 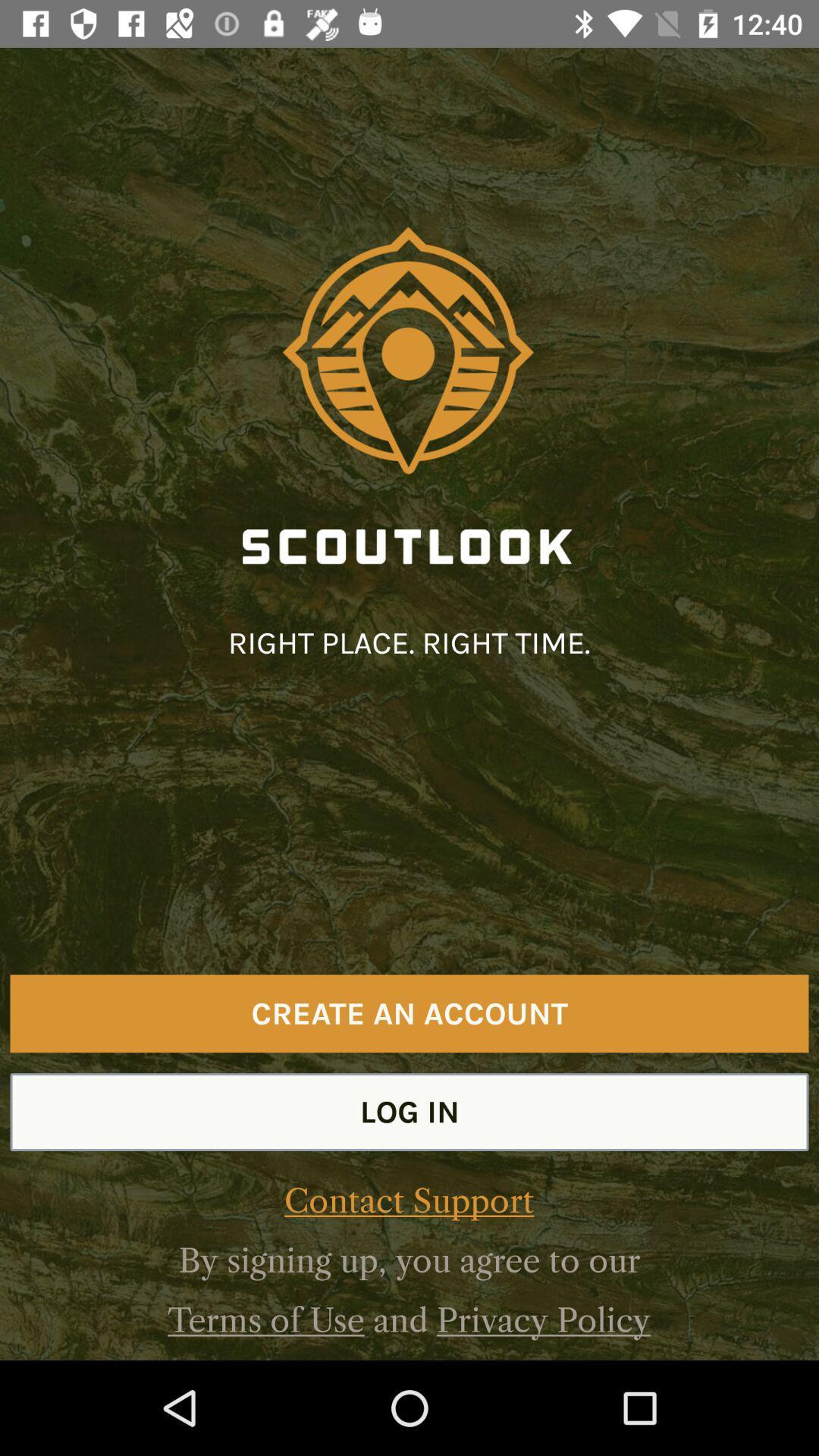 What do you see at coordinates (265, 1319) in the screenshot?
I see `the icon next to the  and  item` at bounding box center [265, 1319].